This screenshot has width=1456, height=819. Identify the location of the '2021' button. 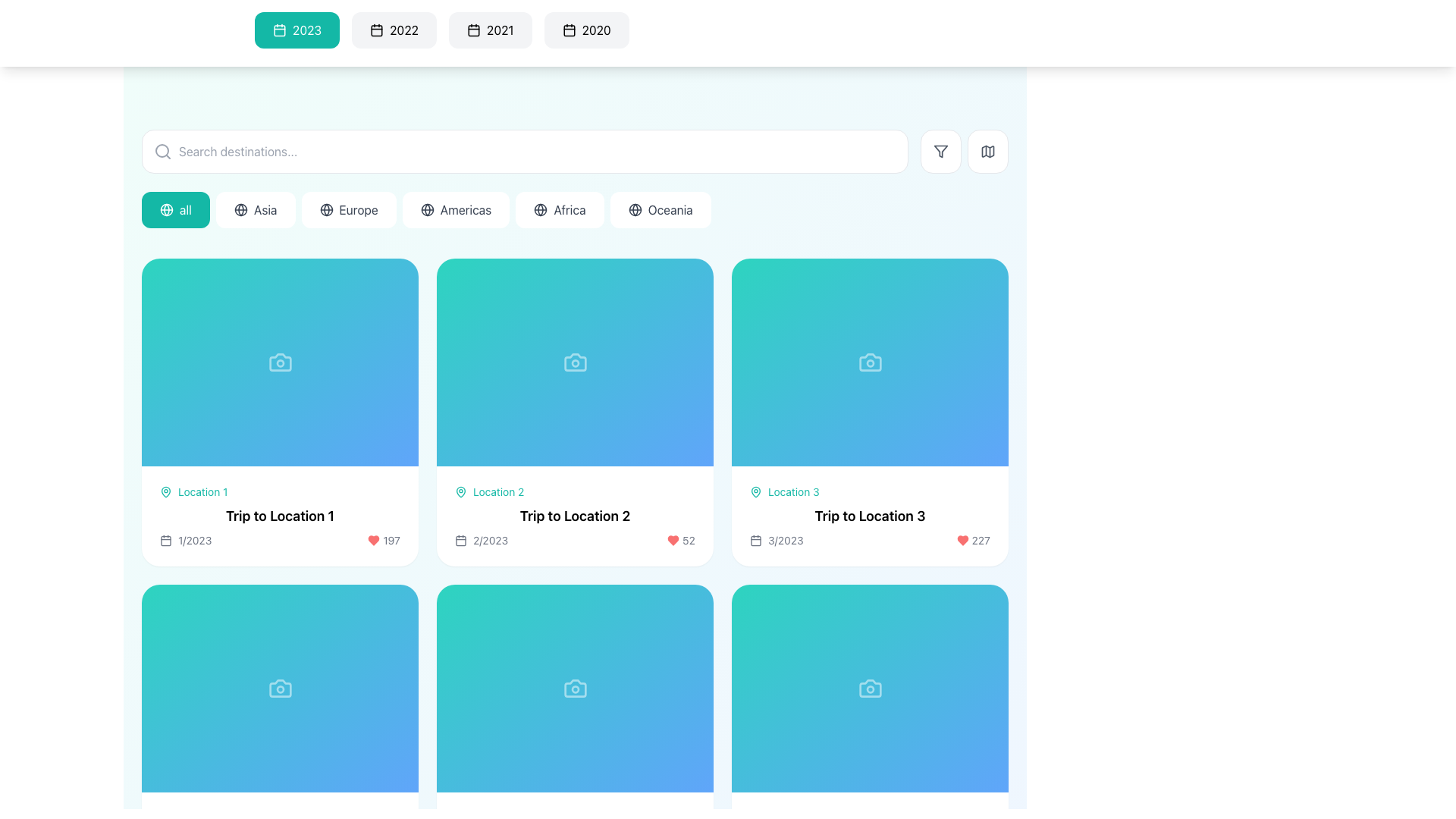
(472, 30).